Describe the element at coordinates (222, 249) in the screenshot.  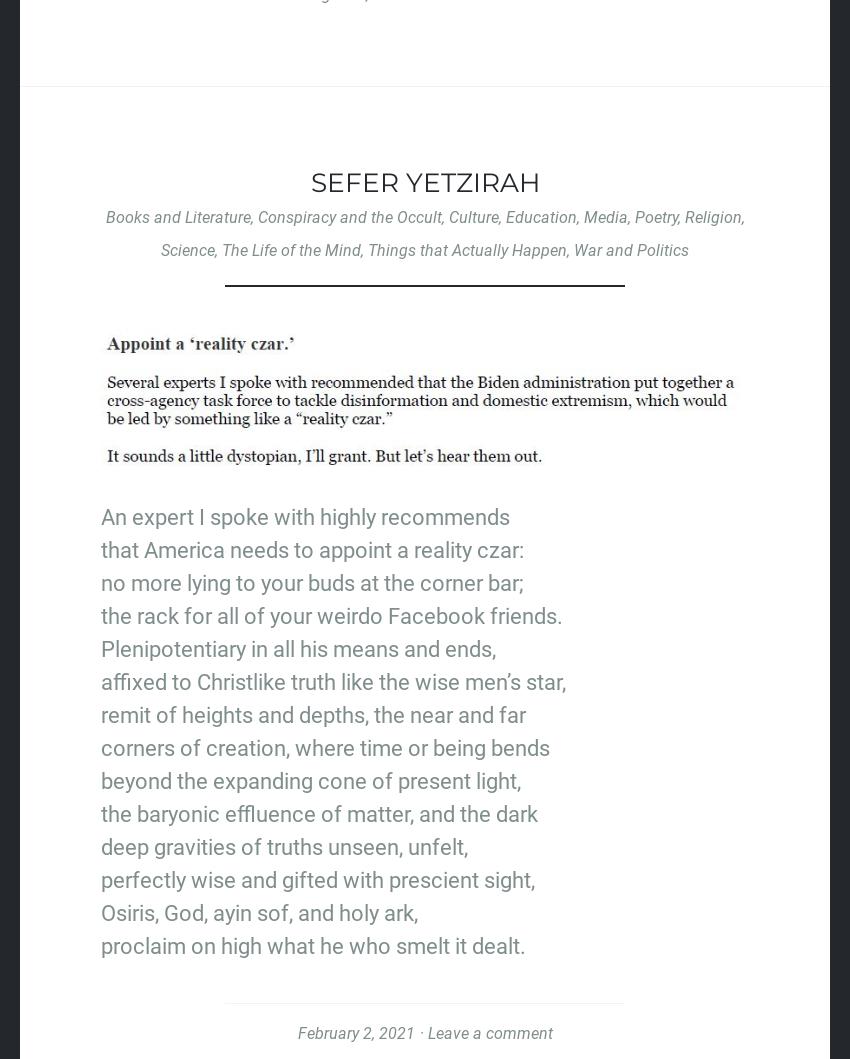
I see `'The Life of the Mind'` at that location.